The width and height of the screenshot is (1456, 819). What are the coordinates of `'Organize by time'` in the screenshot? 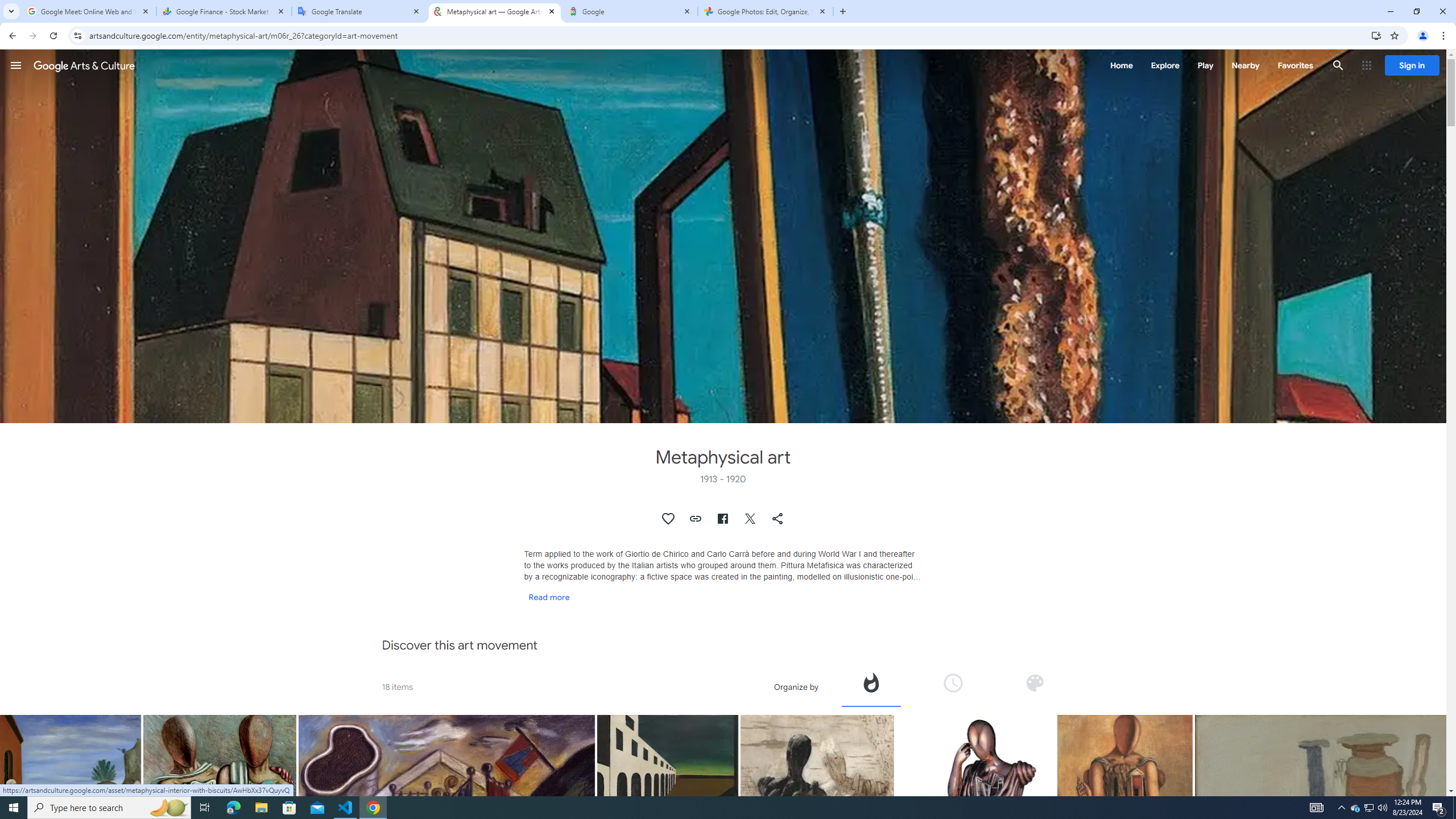 It's located at (953, 686).